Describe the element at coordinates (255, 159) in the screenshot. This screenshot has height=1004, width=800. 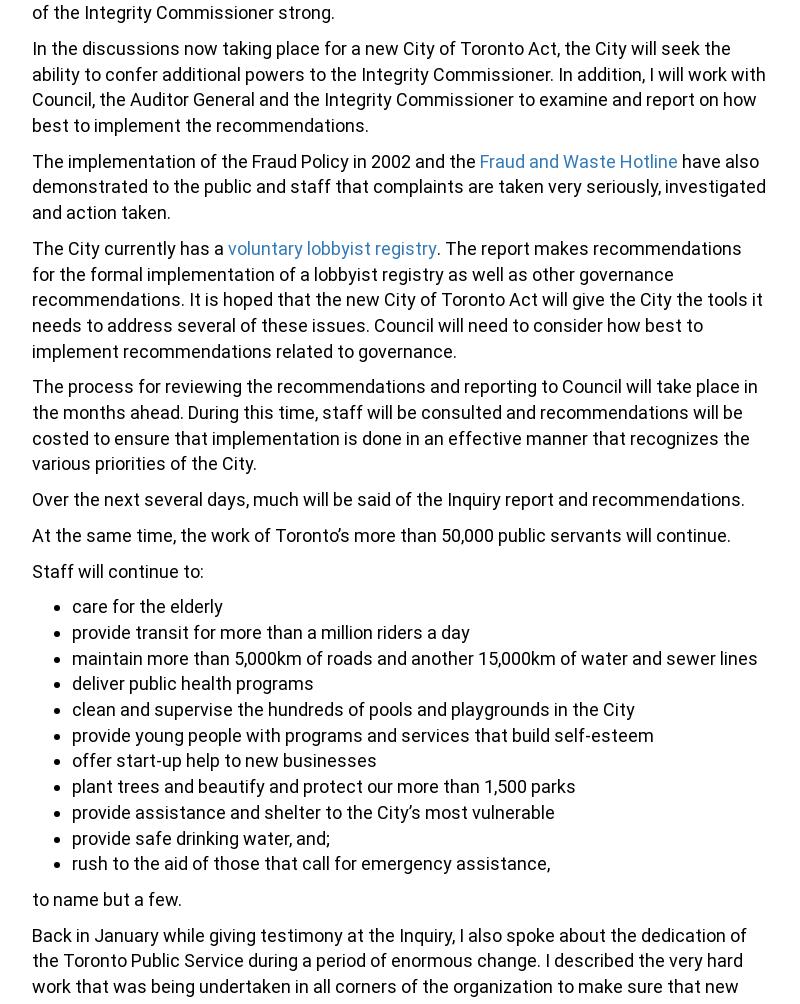
I see `'The implementation of the Fraud Policy in 2002 and the'` at that location.